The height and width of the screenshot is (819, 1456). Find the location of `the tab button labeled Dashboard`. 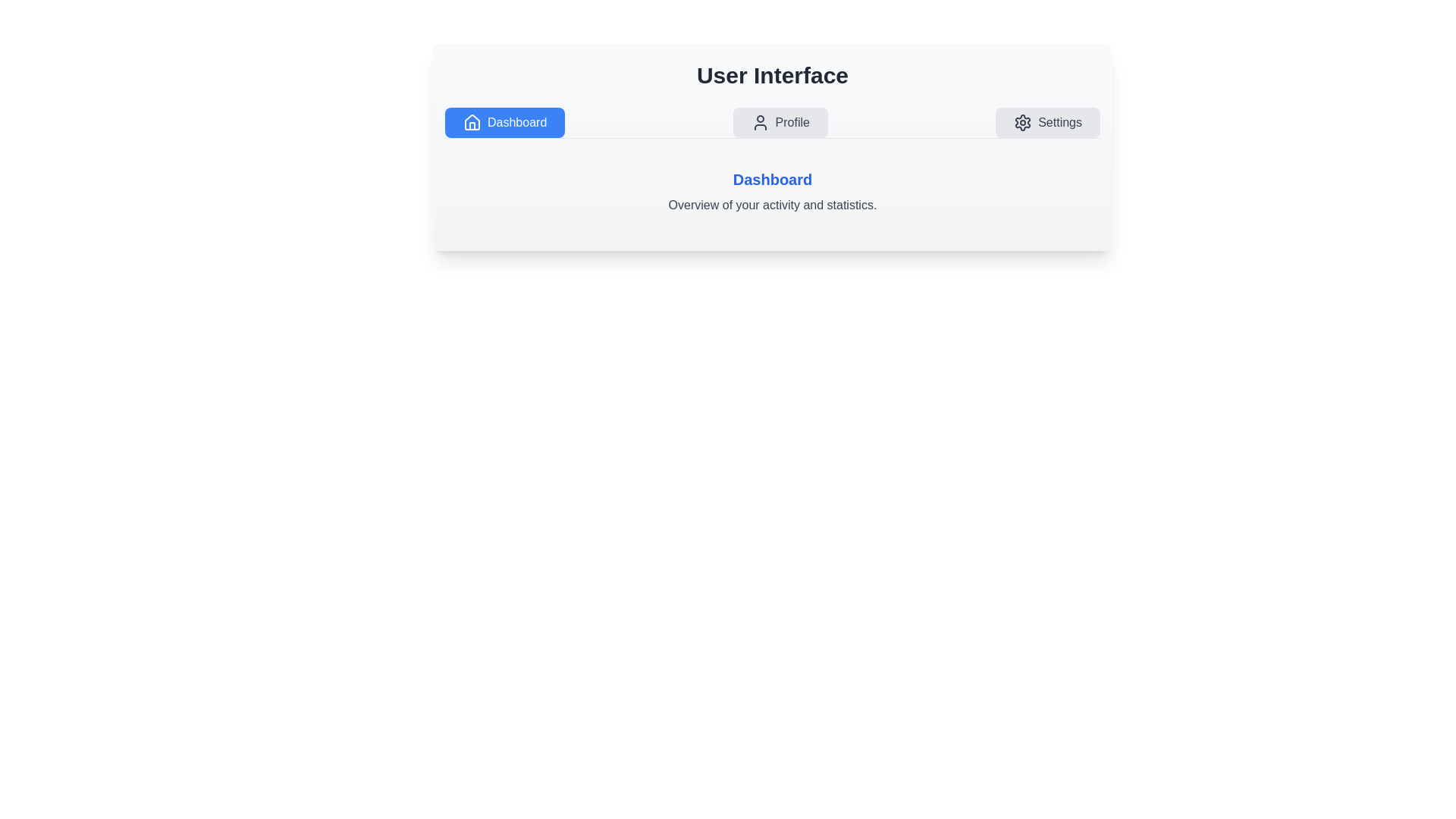

the tab button labeled Dashboard is located at coordinates (505, 122).